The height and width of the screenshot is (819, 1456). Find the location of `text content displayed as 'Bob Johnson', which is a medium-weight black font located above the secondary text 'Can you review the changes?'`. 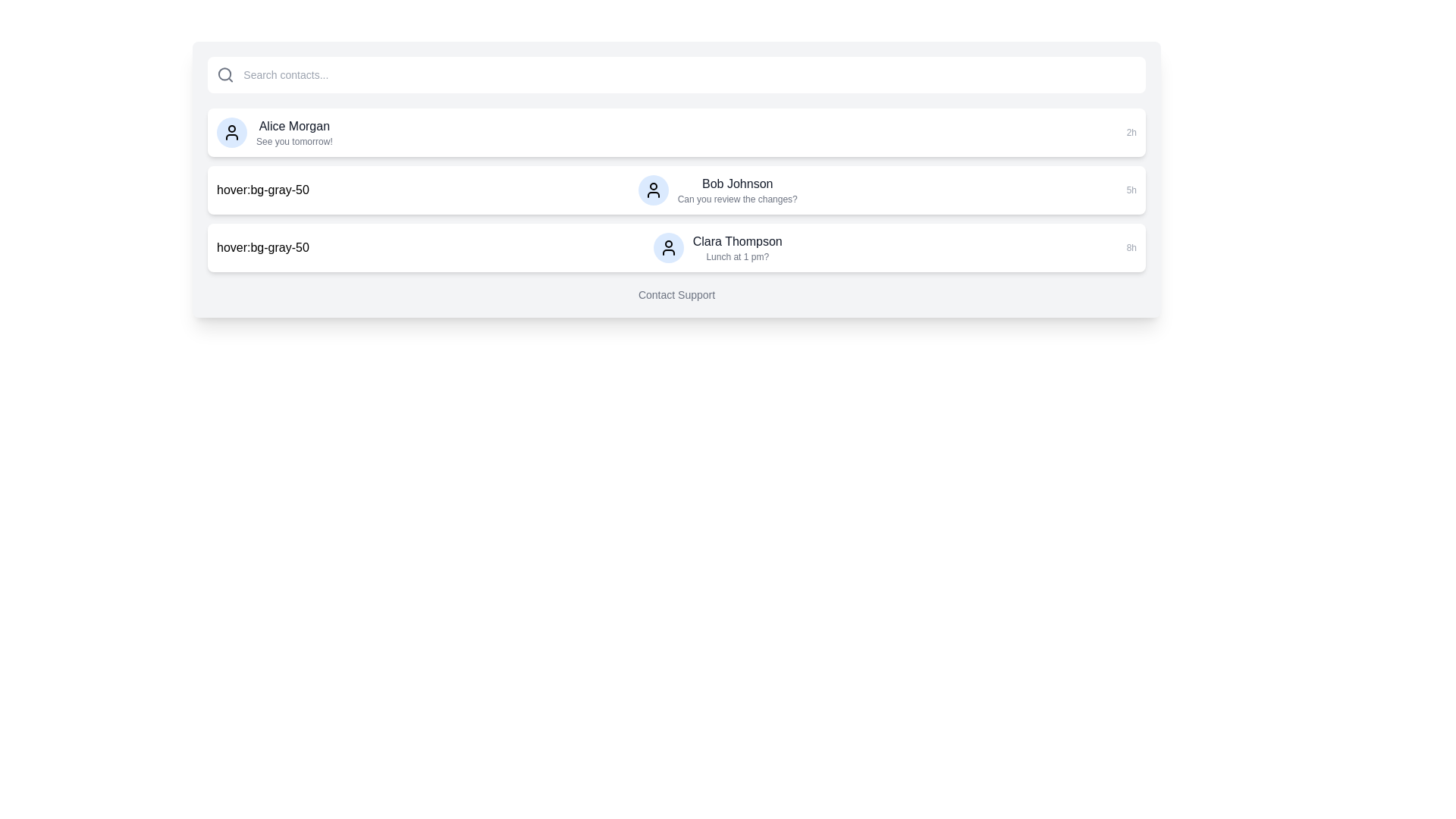

text content displayed as 'Bob Johnson', which is a medium-weight black font located above the secondary text 'Can you review the changes?' is located at coordinates (737, 184).